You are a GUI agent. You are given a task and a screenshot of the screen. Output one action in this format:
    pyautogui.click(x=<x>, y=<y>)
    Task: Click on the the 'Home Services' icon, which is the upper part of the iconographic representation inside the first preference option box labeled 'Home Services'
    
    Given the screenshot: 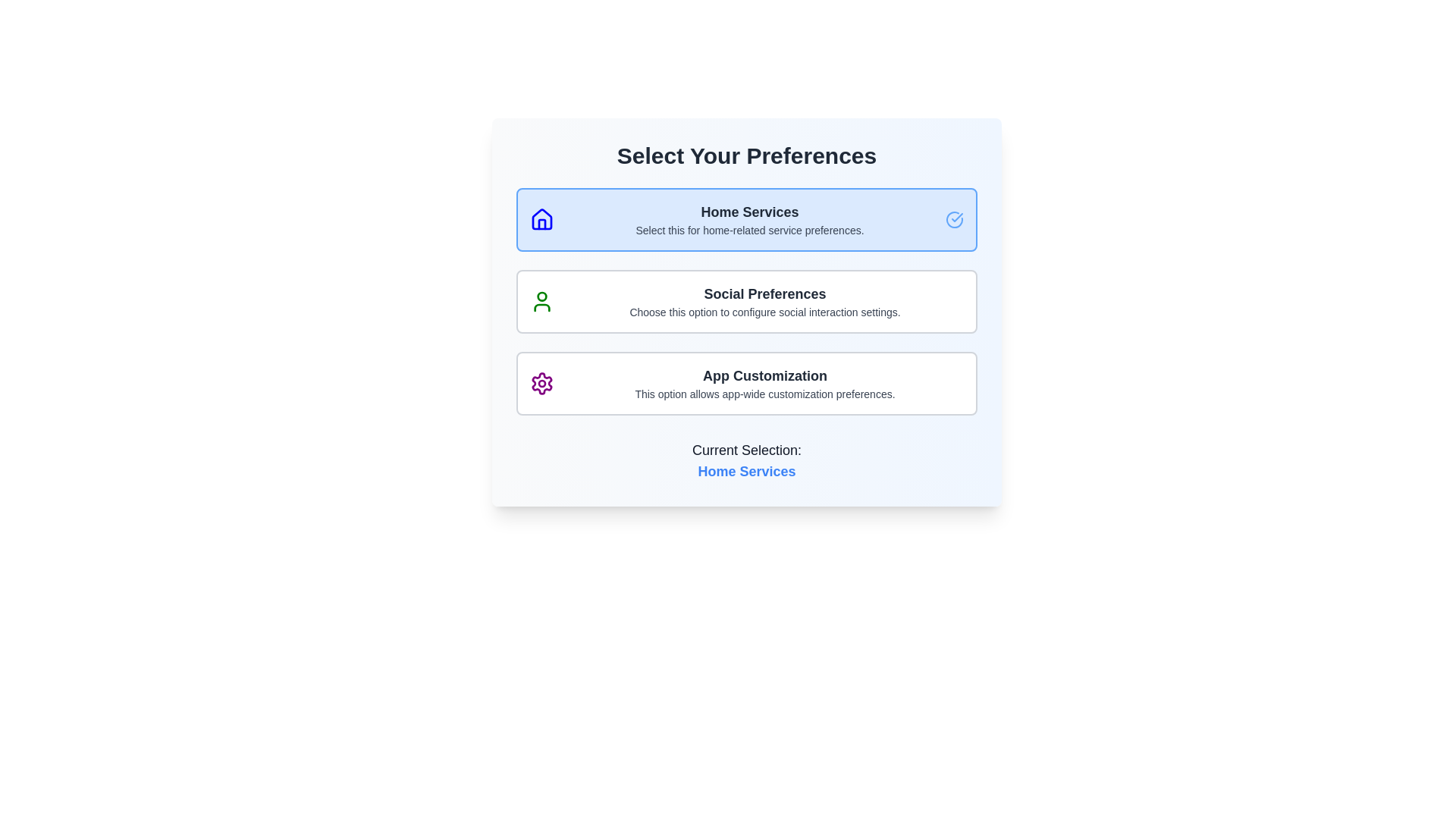 What is the action you would take?
    pyautogui.click(x=542, y=219)
    